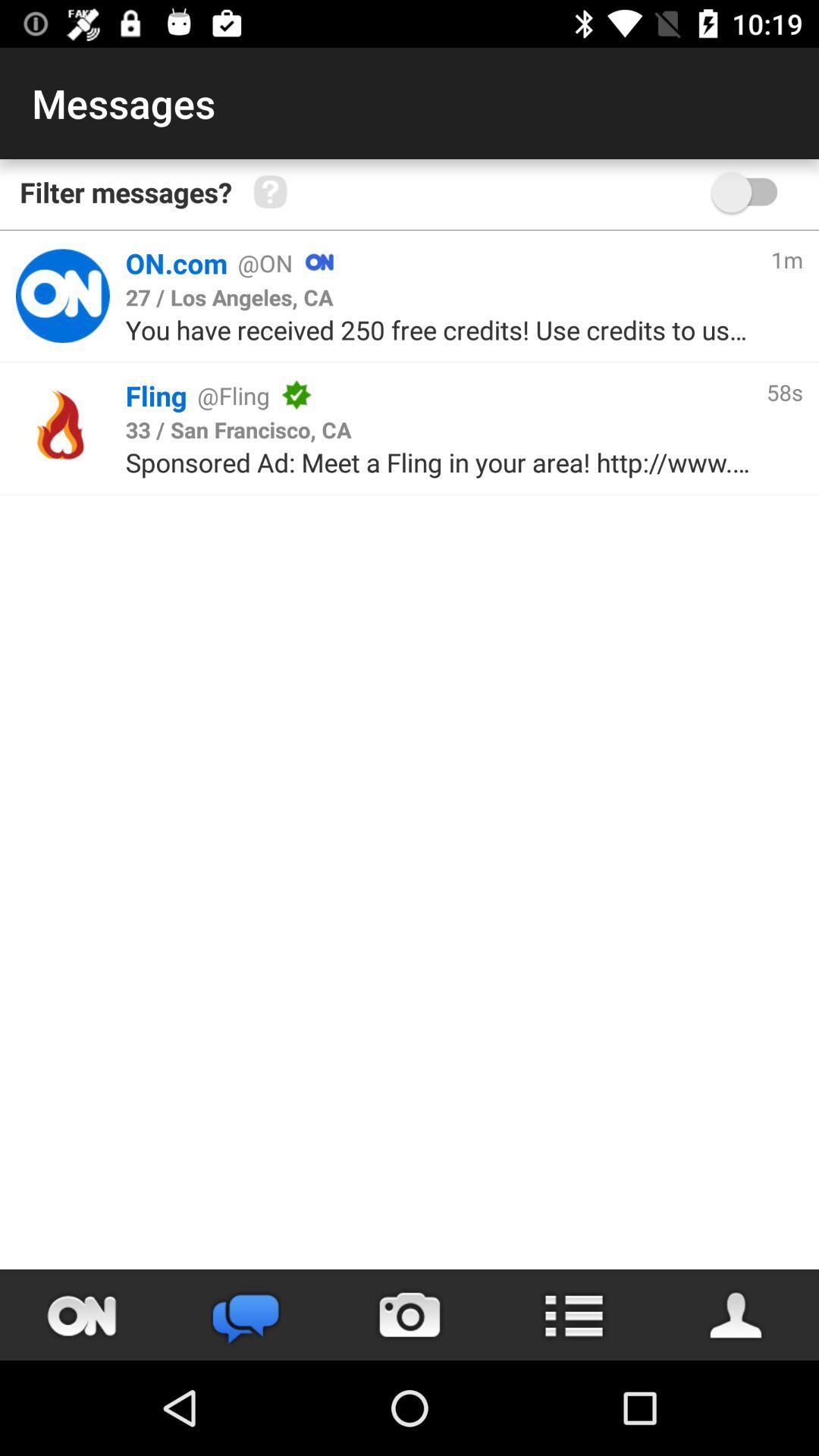 This screenshot has width=819, height=1456. Describe the element at coordinates (736, 1314) in the screenshot. I see `the avatar icon` at that location.